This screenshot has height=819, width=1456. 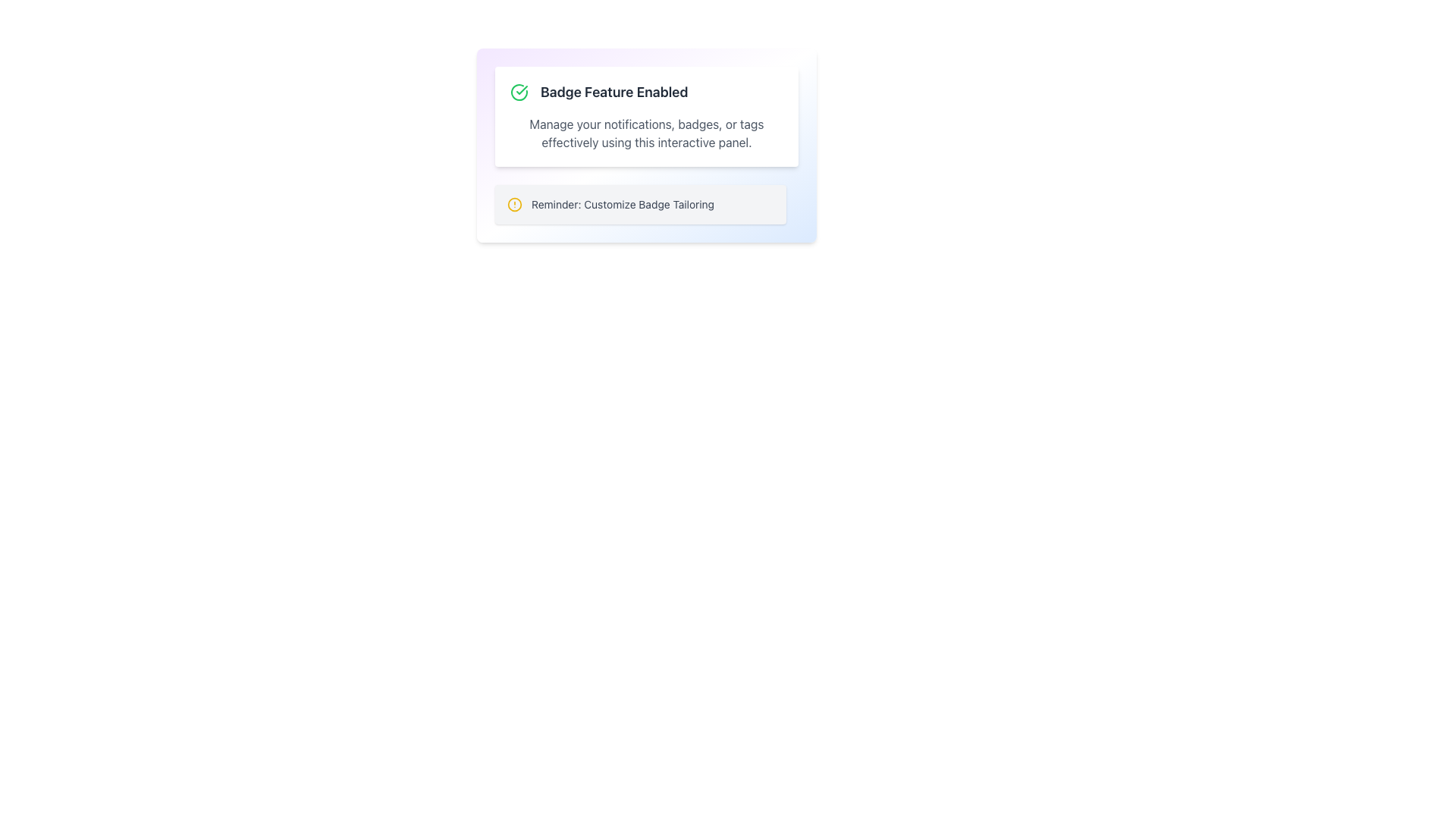 I want to click on the text block displaying 'Reminder: Customize Badge Tailoring', so click(x=623, y=205).